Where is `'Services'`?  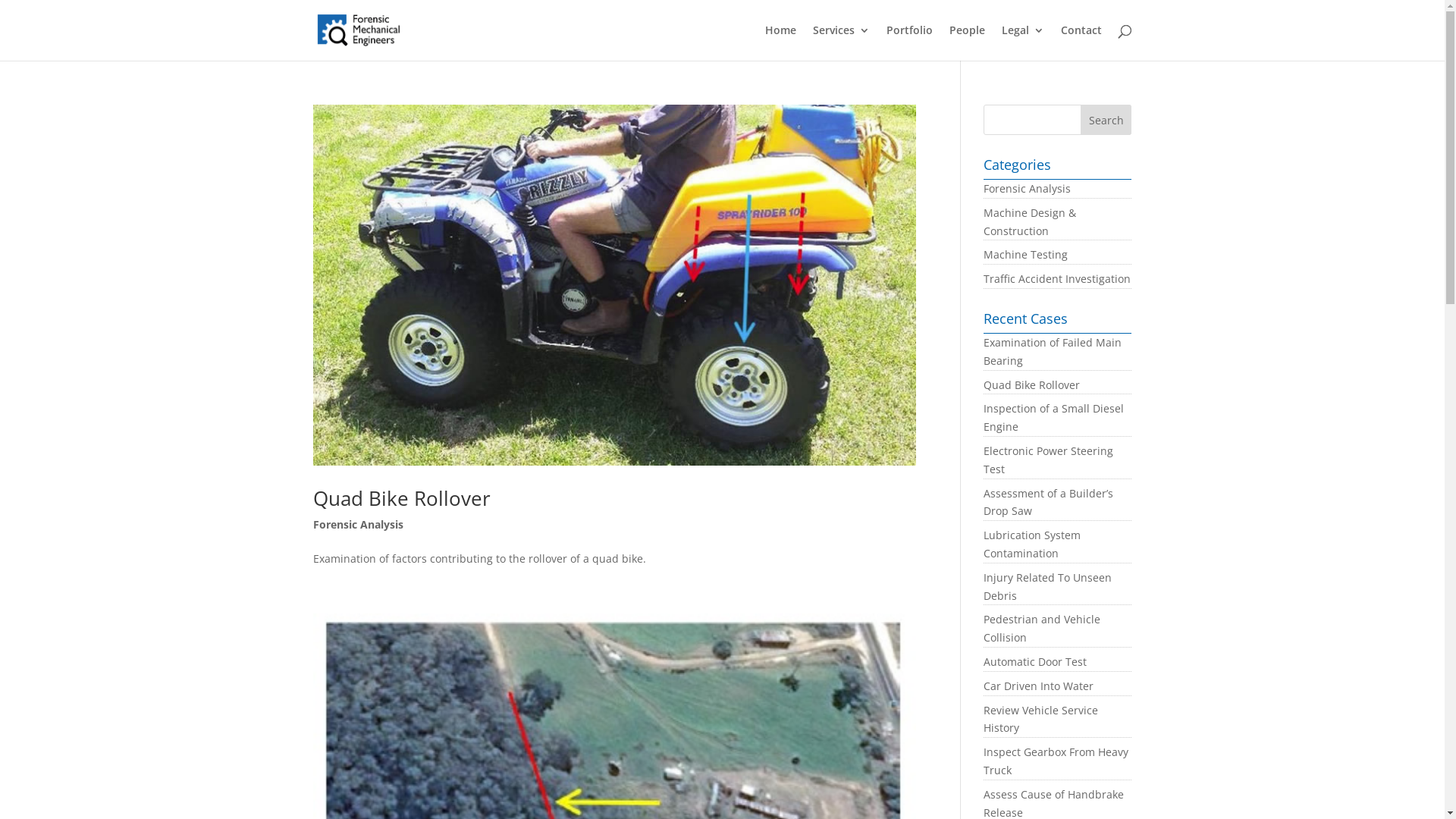 'Services' is located at coordinates (840, 42).